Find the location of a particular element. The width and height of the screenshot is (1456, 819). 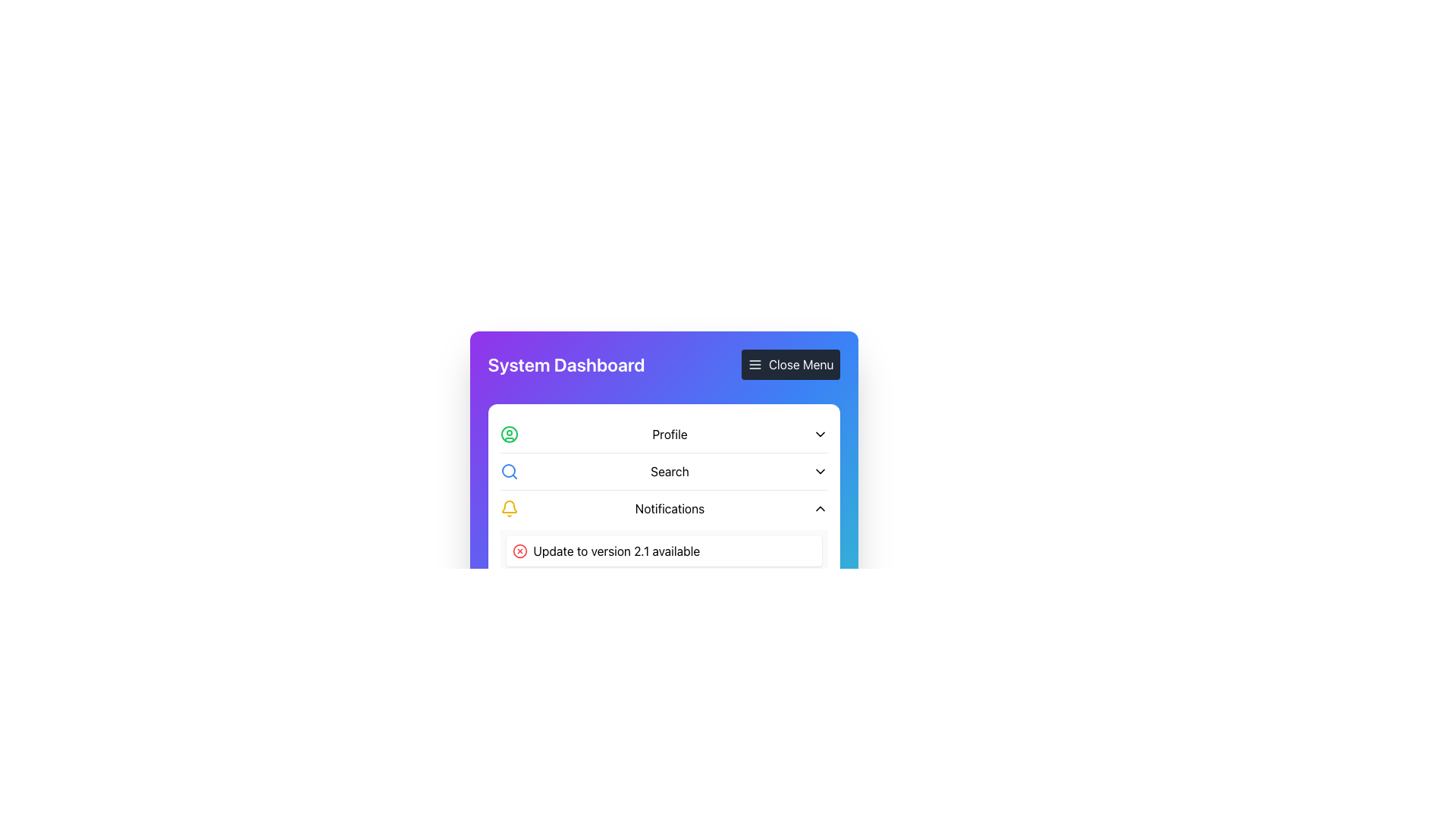

the first notification card in the Notifications section is located at coordinates (664, 551).